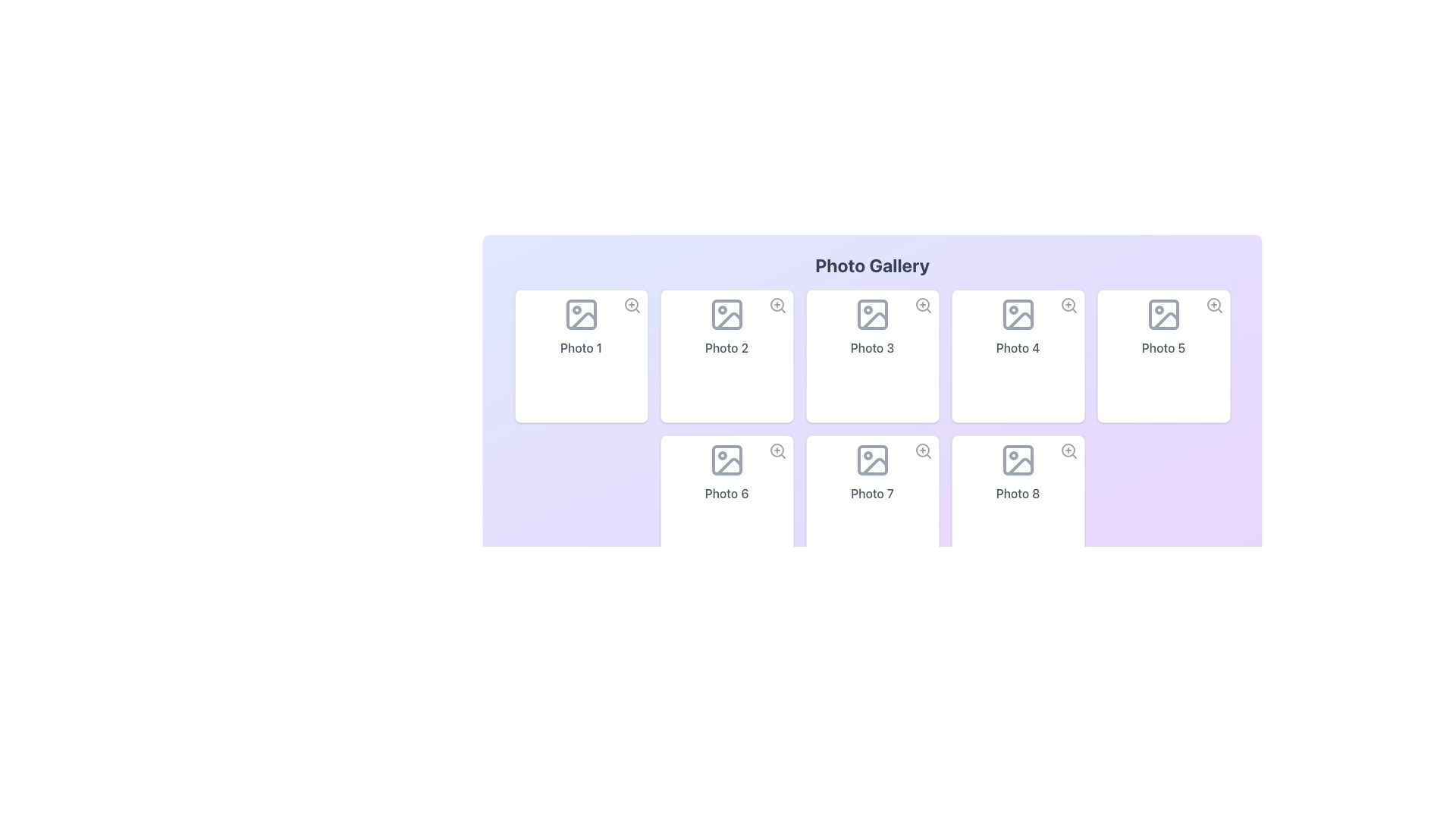 Image resolution: width=1456 pixels, height=819 pixels. Describe the element at coordinates (872, 314) in the screenshot. I see `the image placeholder icon located at the center of the upper section of the 'Photo 3' card in the photo gallery` at that location.